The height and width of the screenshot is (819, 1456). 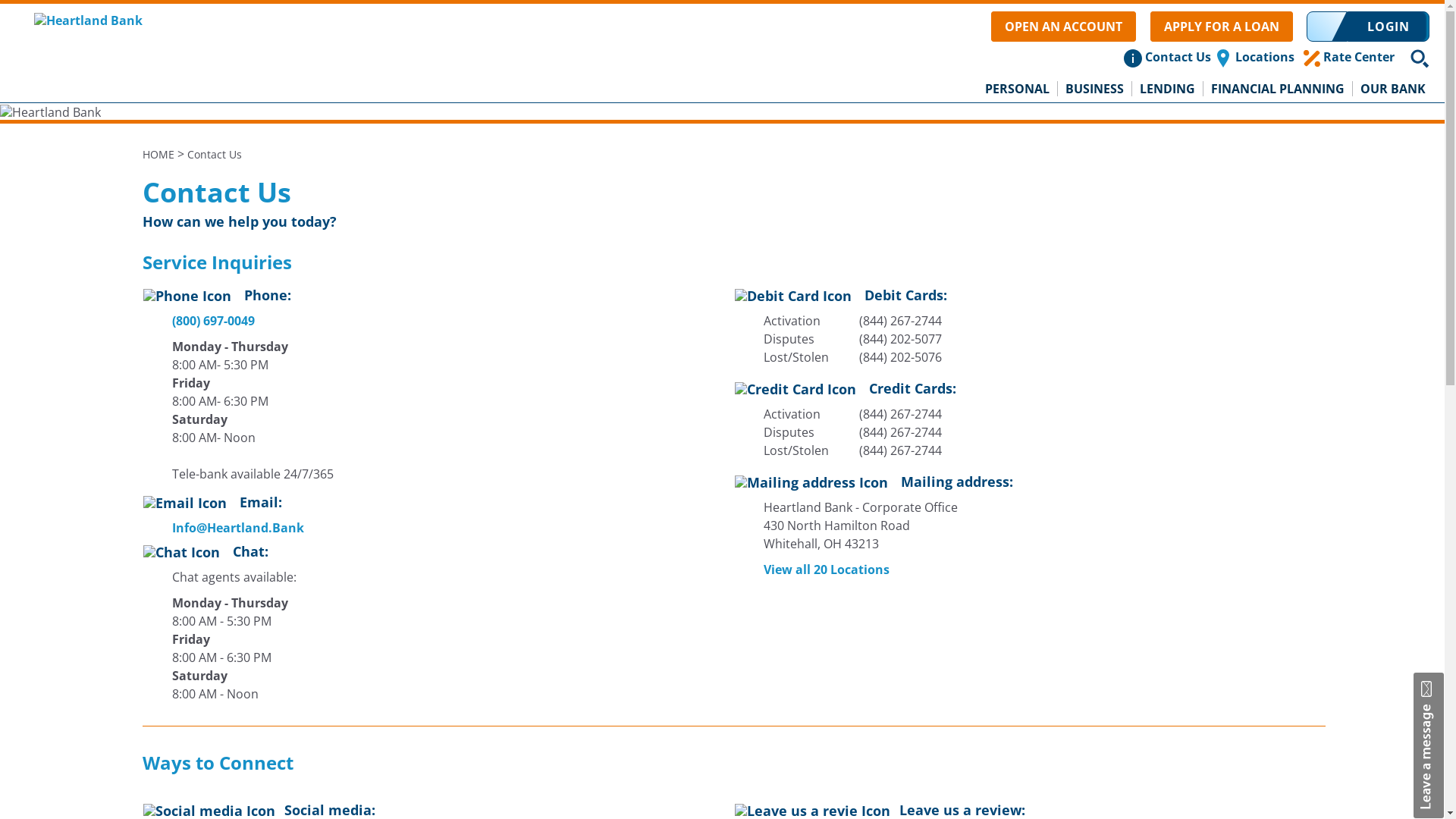 I want to click on 'View all 20 Locations', so click(x=815, y=570).